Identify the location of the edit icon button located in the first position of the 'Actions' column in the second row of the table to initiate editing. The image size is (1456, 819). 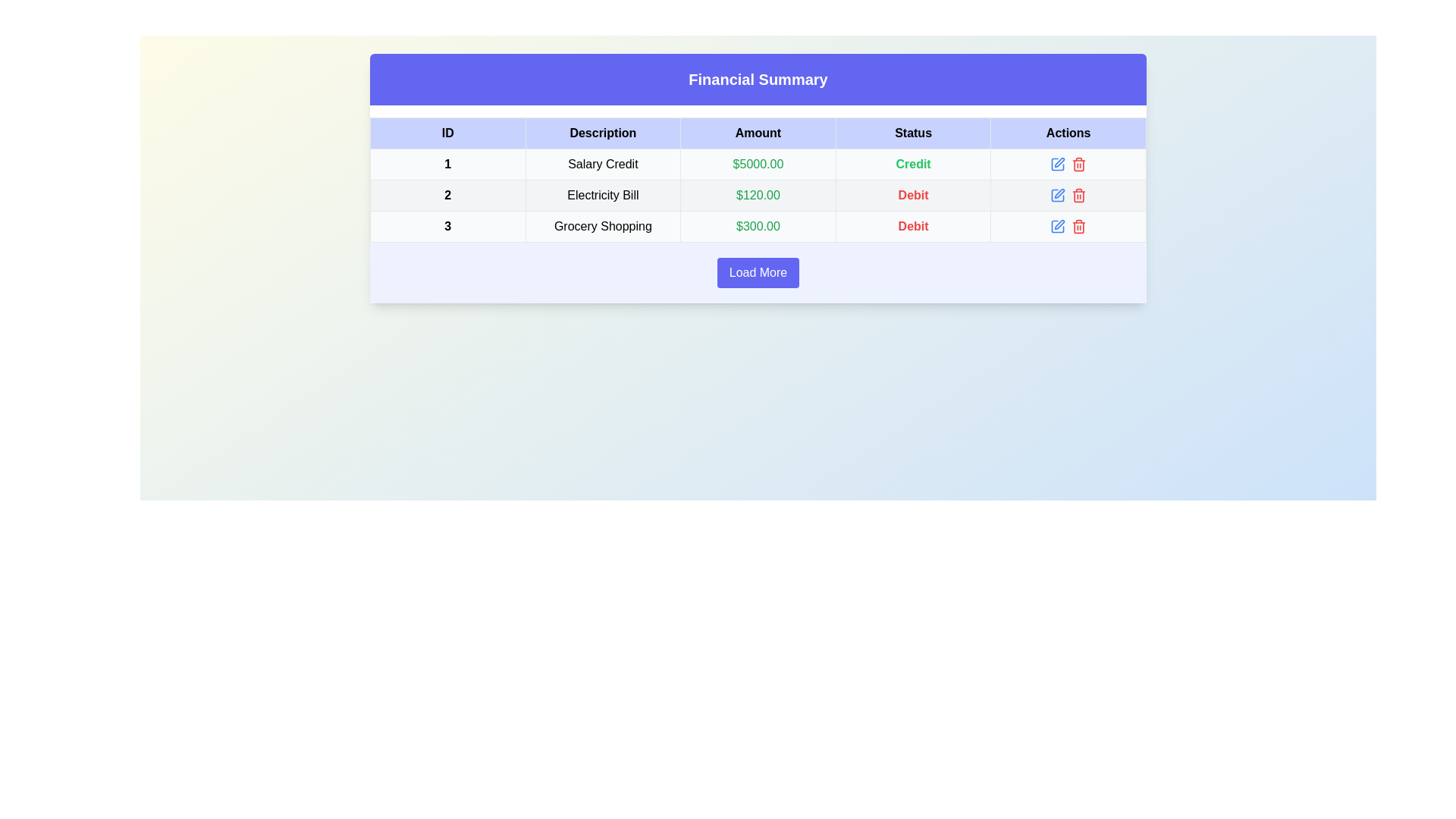
(1057, 164).